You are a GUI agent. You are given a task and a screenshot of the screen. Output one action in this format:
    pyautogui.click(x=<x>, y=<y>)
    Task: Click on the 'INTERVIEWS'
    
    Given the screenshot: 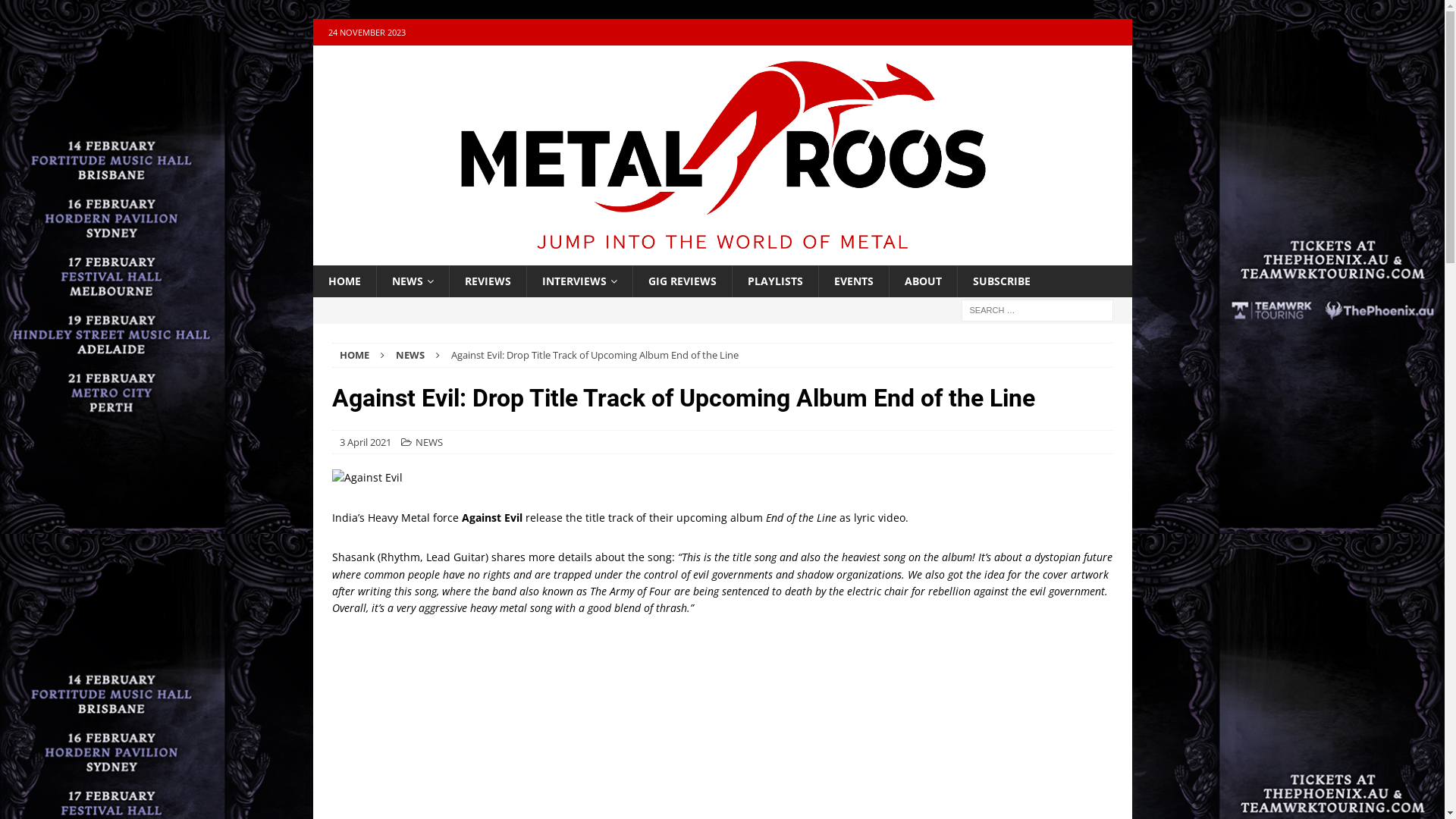 What is the action you would take?
    pyautogui.click(x=526, y=281)
    